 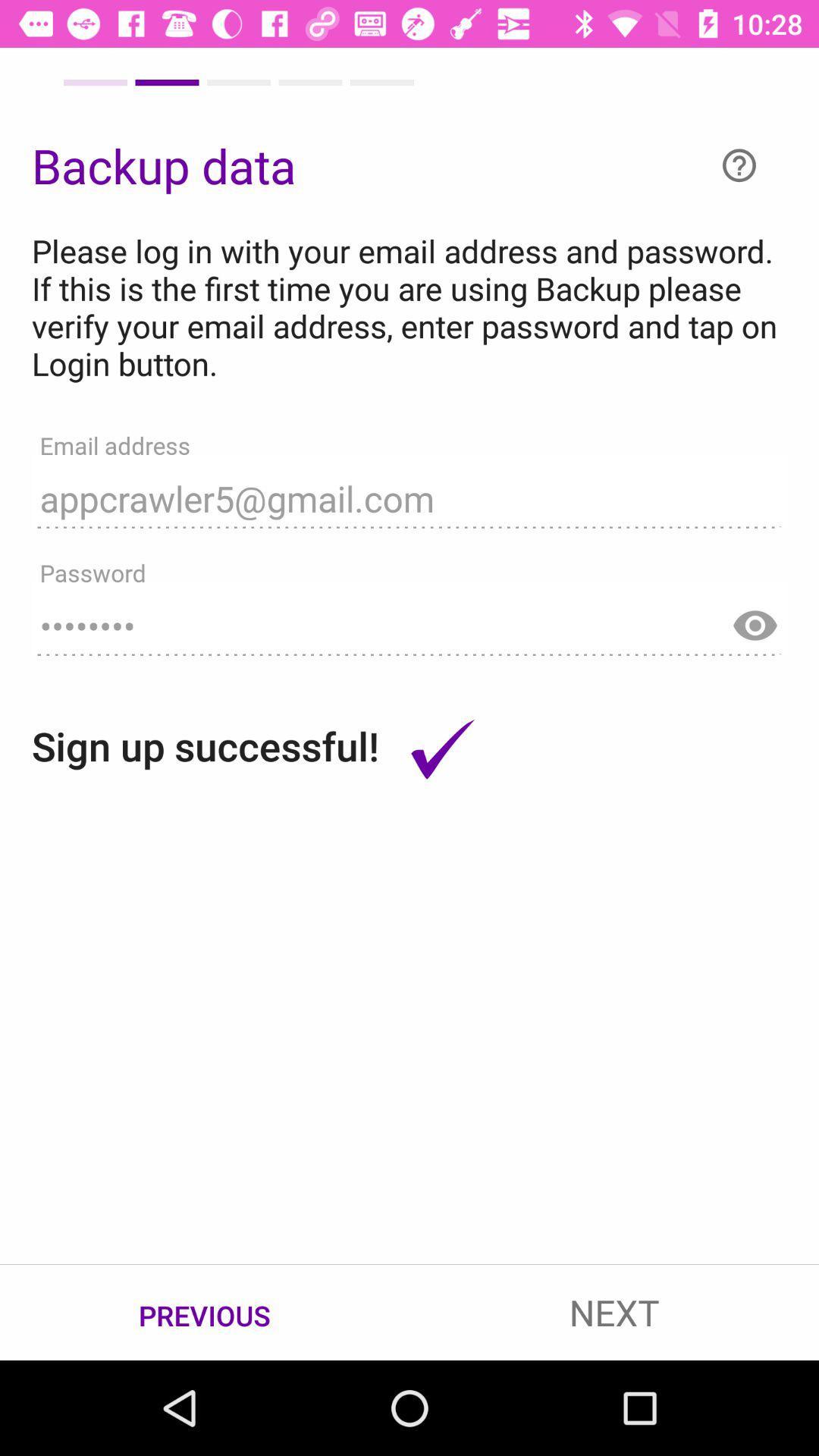 What do you see at coordinates (205, 1313) in the screenshot?
I see `previous item` at bounding box center [205, 1313].